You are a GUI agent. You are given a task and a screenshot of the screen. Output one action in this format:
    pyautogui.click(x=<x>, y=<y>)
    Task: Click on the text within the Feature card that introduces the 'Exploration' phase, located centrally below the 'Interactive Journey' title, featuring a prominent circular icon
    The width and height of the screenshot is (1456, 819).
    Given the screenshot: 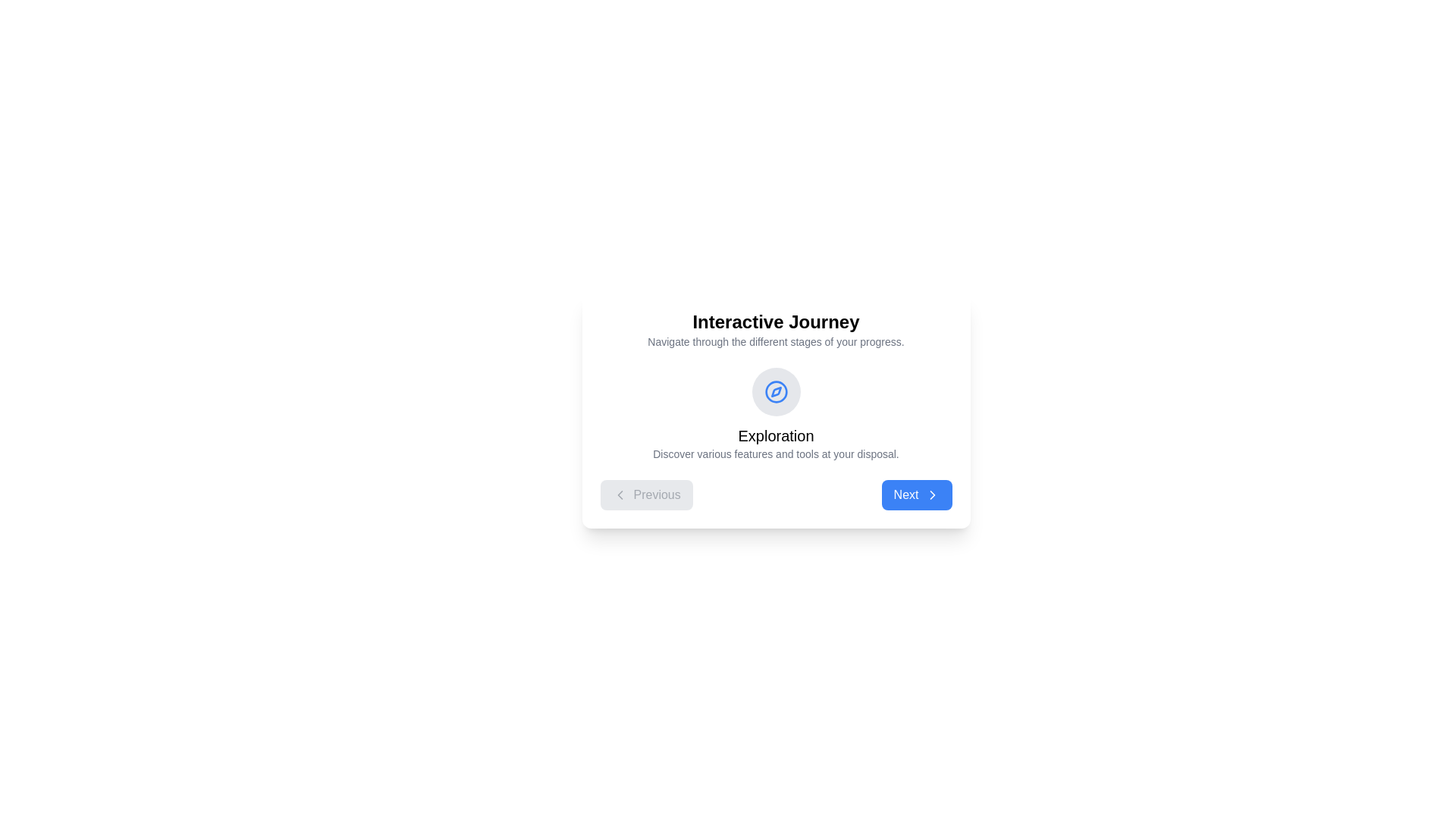 What is the action you would take?
    pyautogui.click(x=776, y=415)
    